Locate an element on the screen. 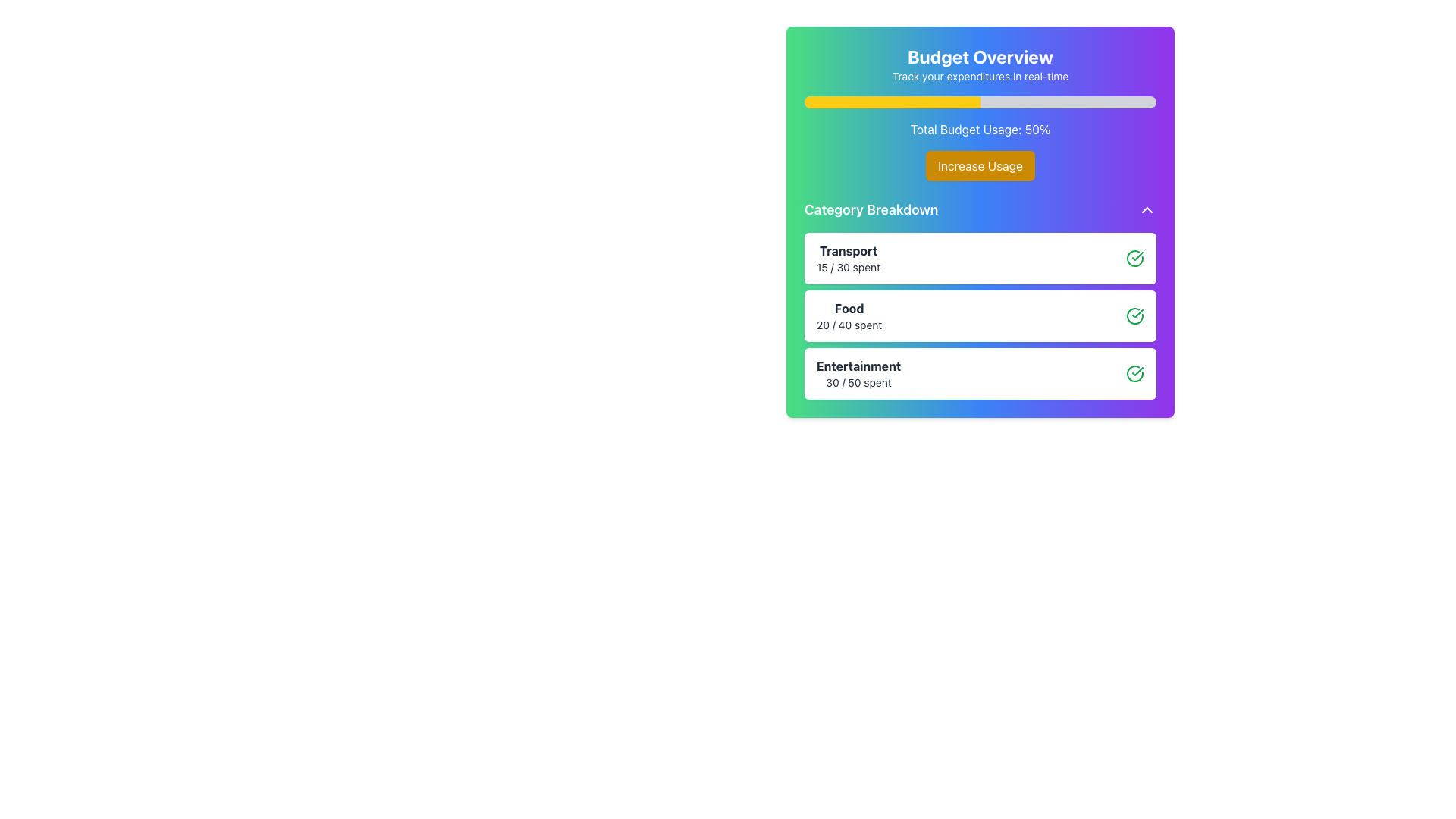 This screenshot has height=819, width=1456. the yellow progress indicator that represents 50% completion within the horizontal progress bar located underneath the 'Track your expenditures in real-time' text is located at coordinates (892, 102).